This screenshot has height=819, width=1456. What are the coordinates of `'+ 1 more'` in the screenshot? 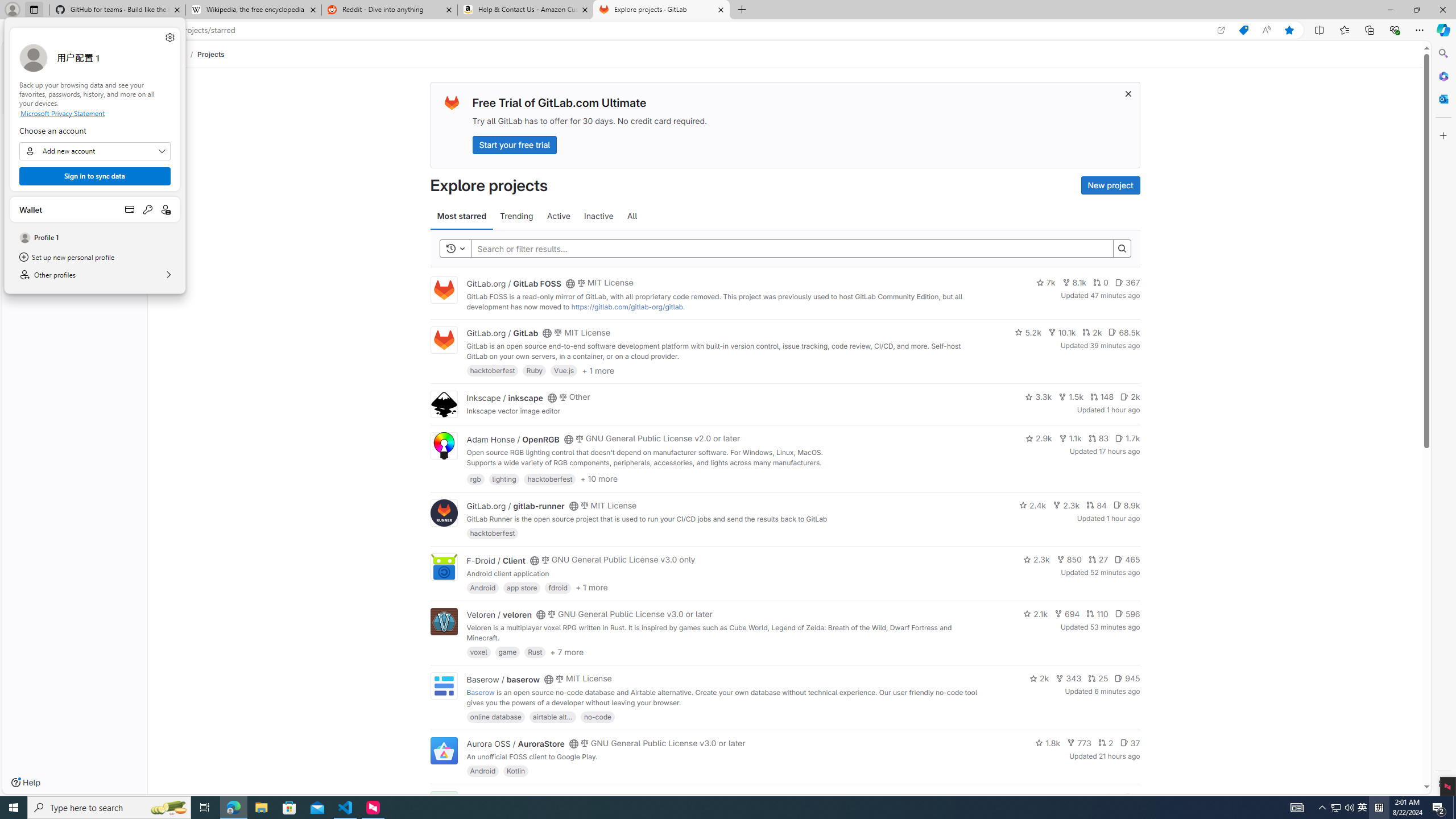 It's located at (591, 588).